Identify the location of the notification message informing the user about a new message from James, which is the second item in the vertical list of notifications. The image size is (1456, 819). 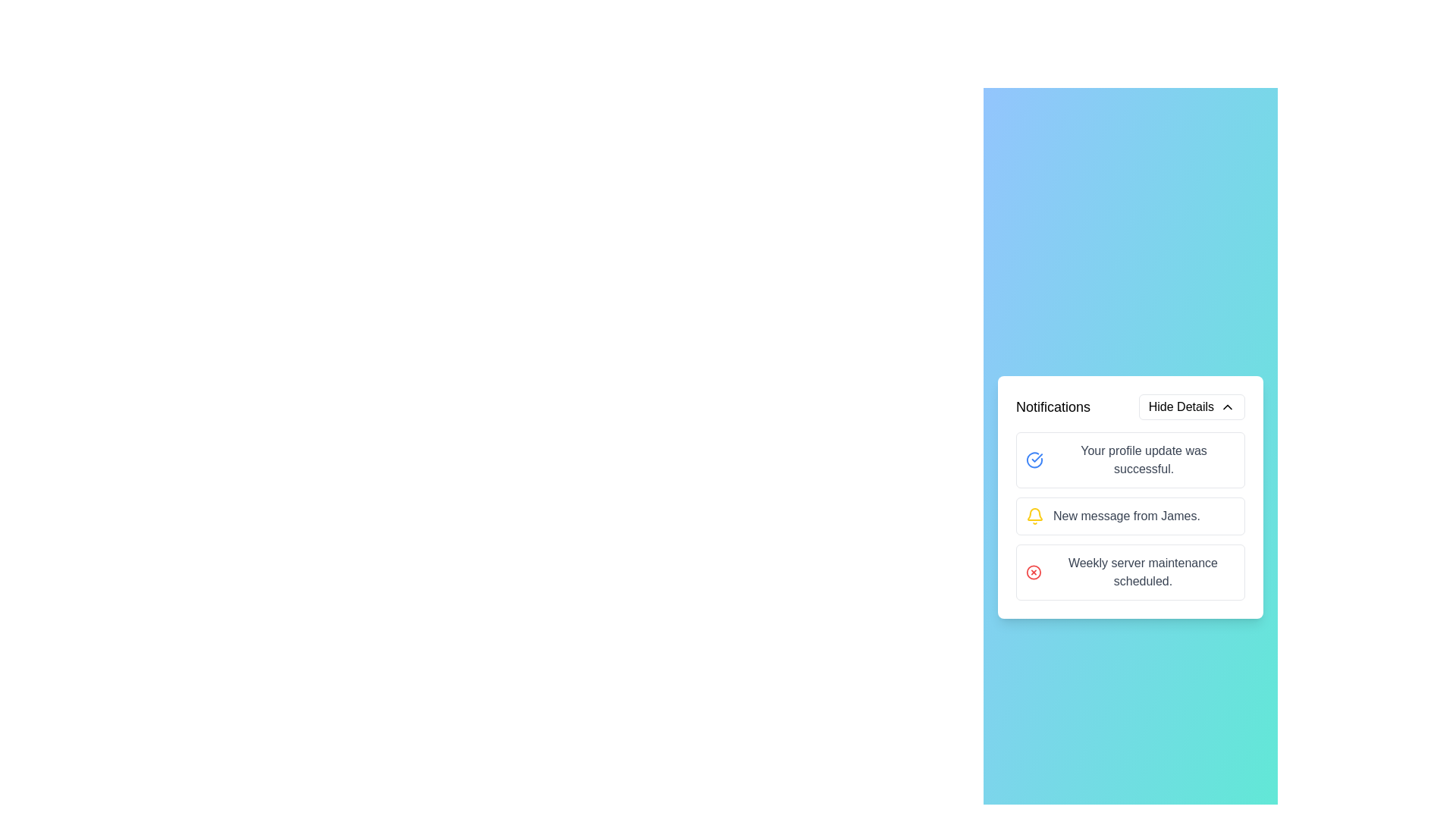
(1126, 516).